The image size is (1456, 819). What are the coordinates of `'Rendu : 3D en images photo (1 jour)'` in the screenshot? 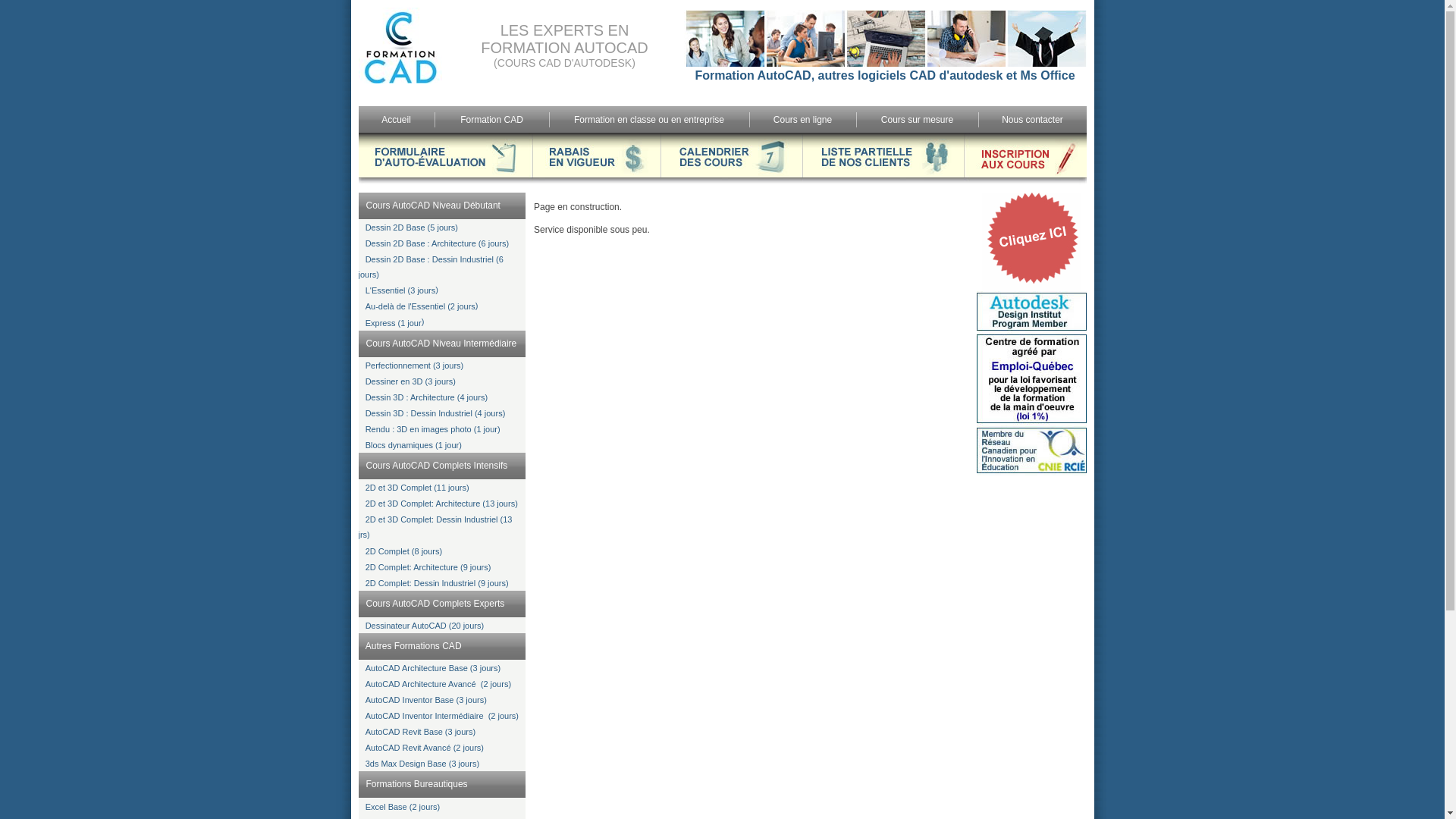 It's located at (365, 429).